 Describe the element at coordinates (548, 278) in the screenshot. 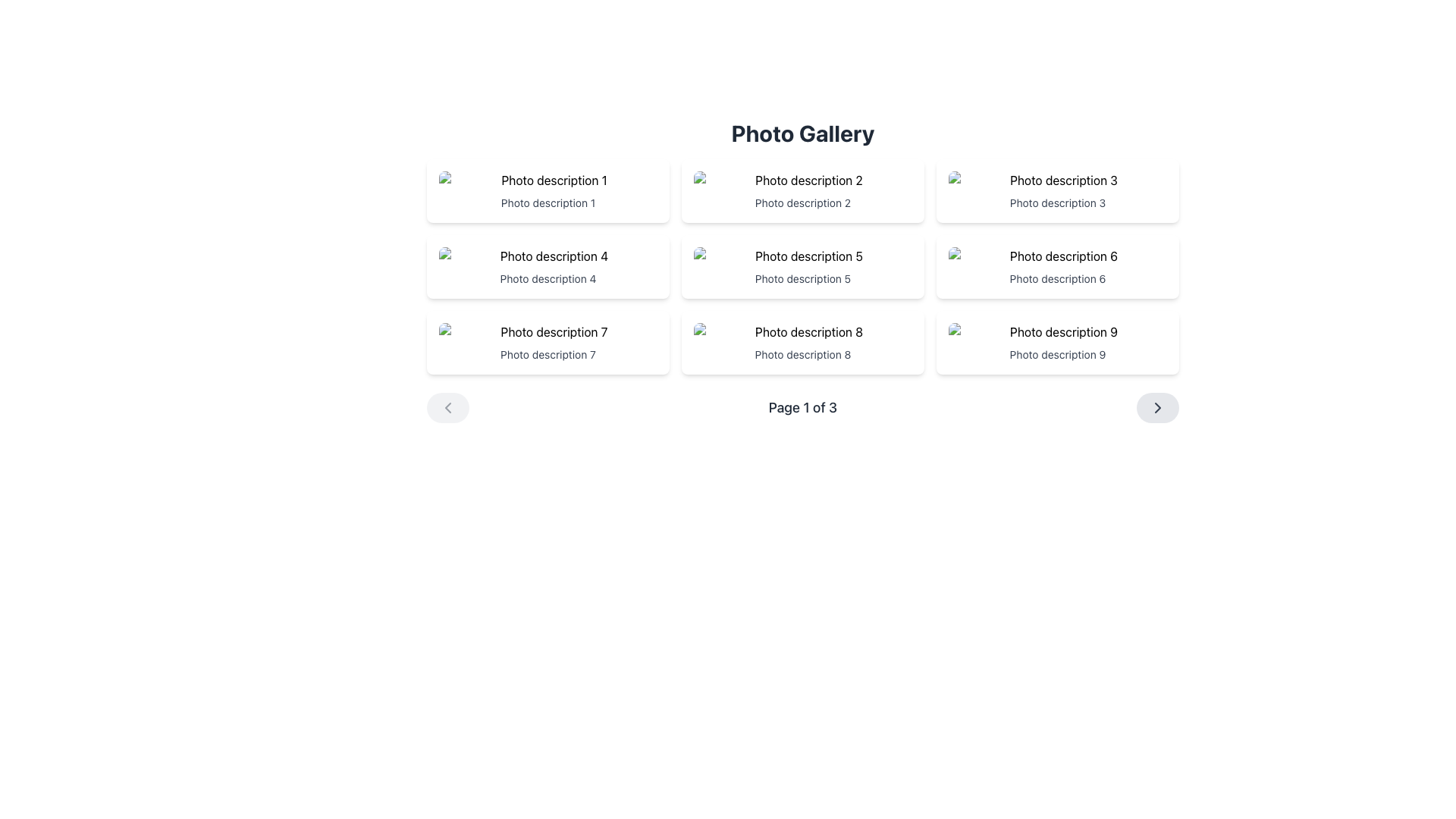

I see `the Label element located in the second row and second column of the grid, which provides a description related to the image displayed above it in the card layout` at that location.